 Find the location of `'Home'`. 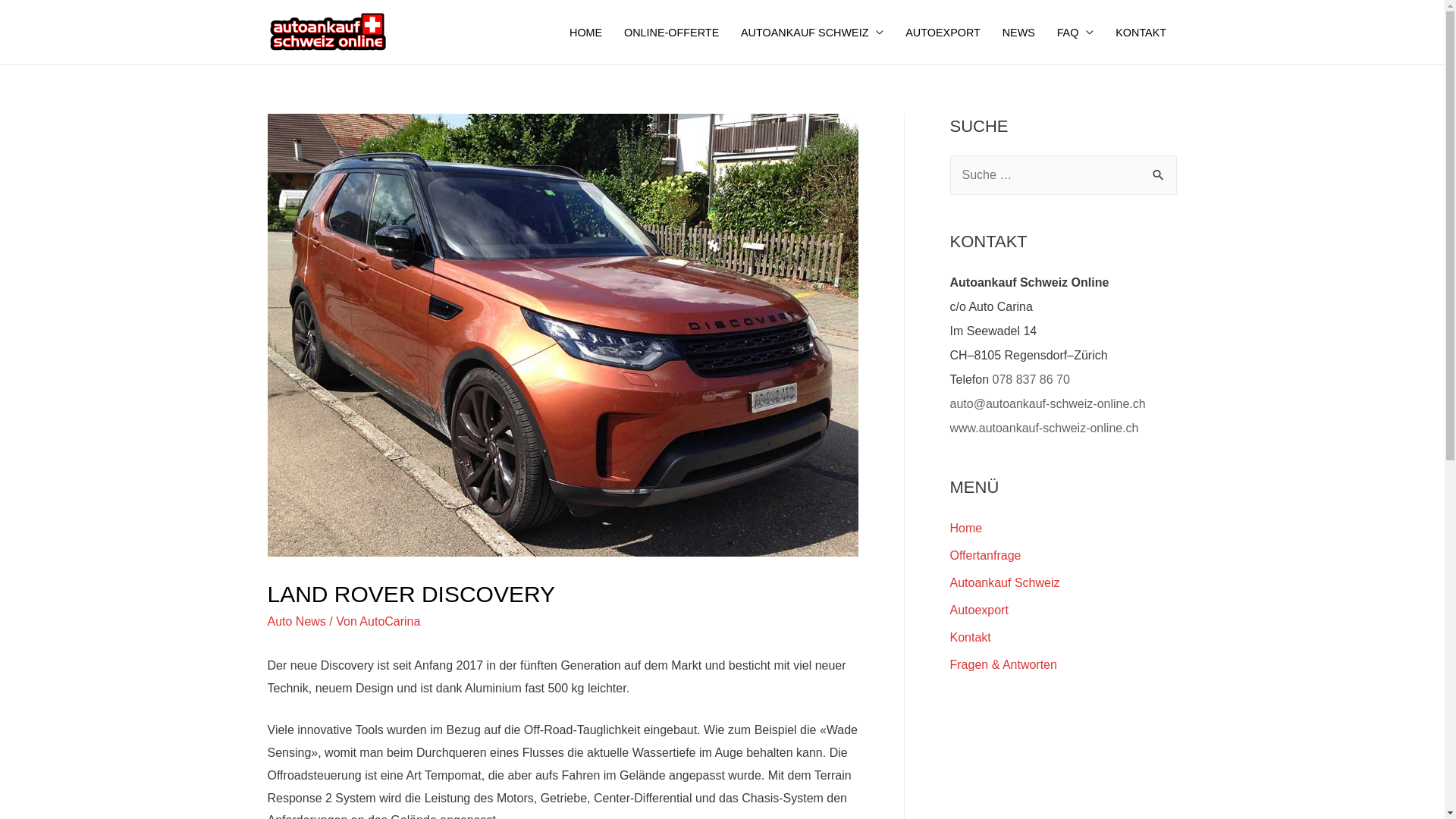

'Home' is located at coordinates (965, 527).